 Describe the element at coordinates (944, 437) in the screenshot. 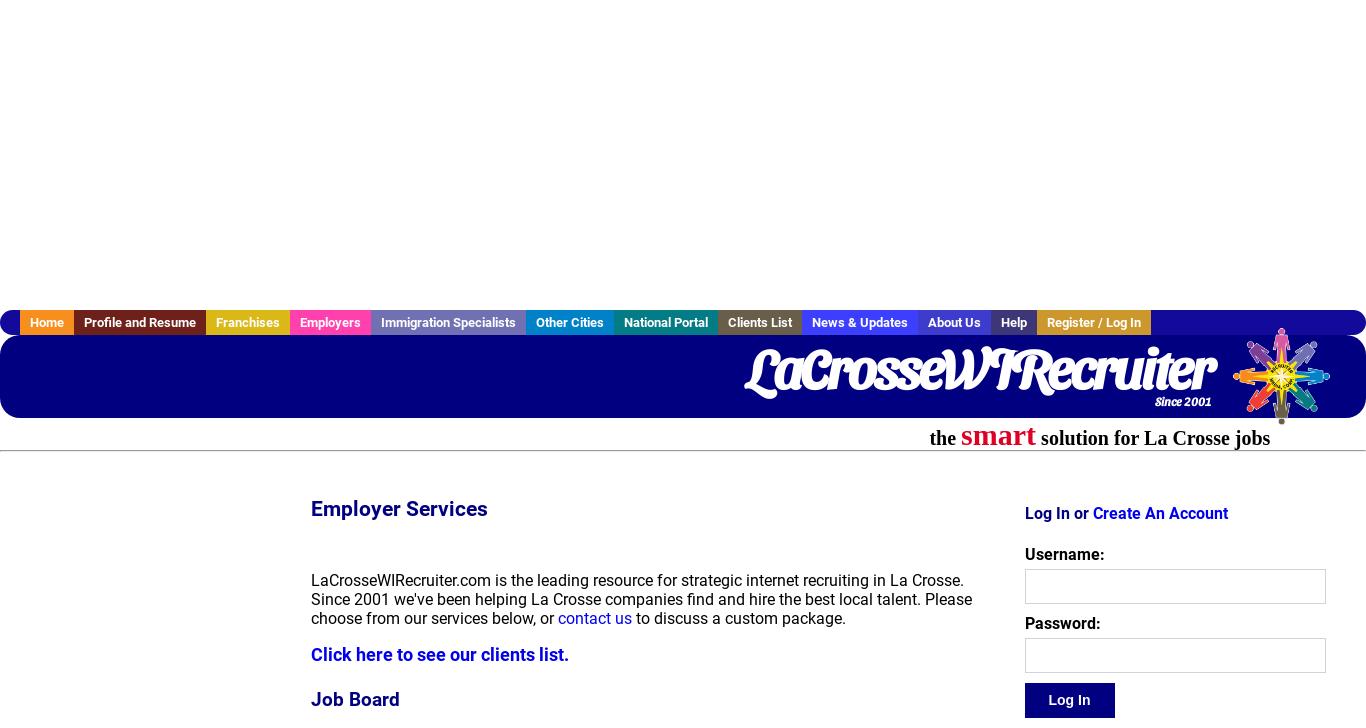

I see `'the'` at that location.